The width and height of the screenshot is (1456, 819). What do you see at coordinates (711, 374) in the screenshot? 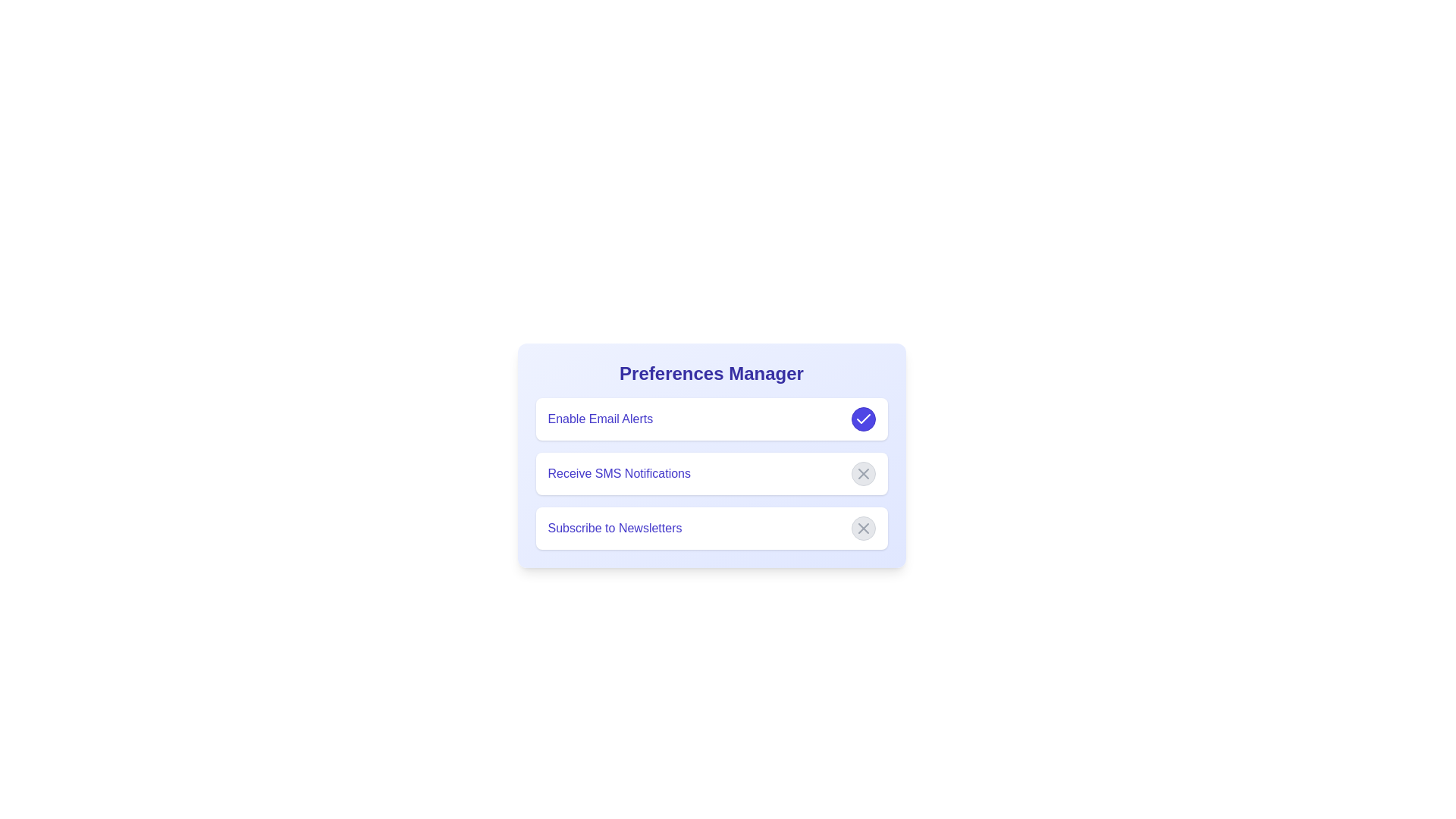
I see `text label 'Preferences Manager' which is styled in bold and large font, located at the top center of the preferences section` at bounding box center [711, 374].